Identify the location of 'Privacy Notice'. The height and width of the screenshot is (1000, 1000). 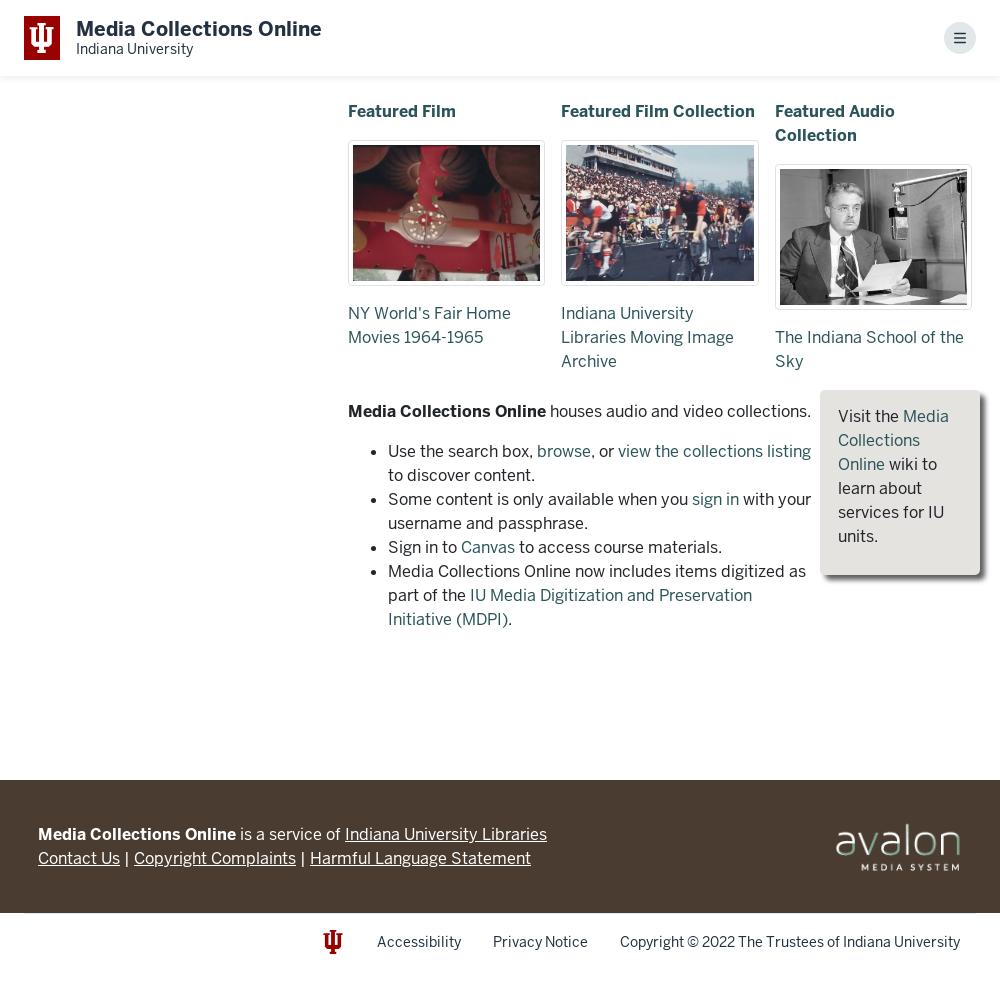
(540, 940).